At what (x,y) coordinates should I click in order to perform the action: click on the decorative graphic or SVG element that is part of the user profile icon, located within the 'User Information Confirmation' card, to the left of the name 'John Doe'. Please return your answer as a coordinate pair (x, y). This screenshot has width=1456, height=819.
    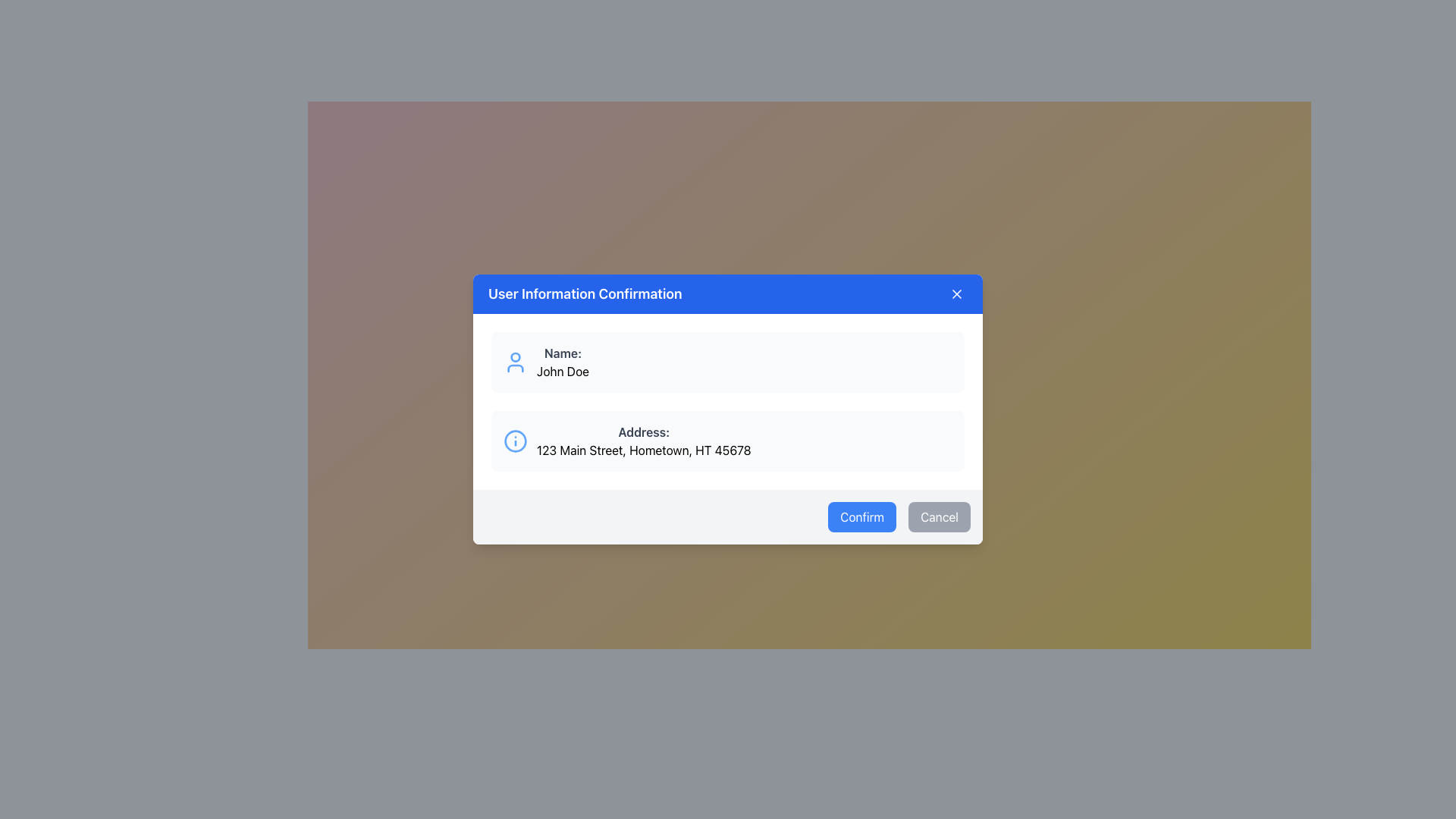
    Looking at the image, I should click on (516, 356).